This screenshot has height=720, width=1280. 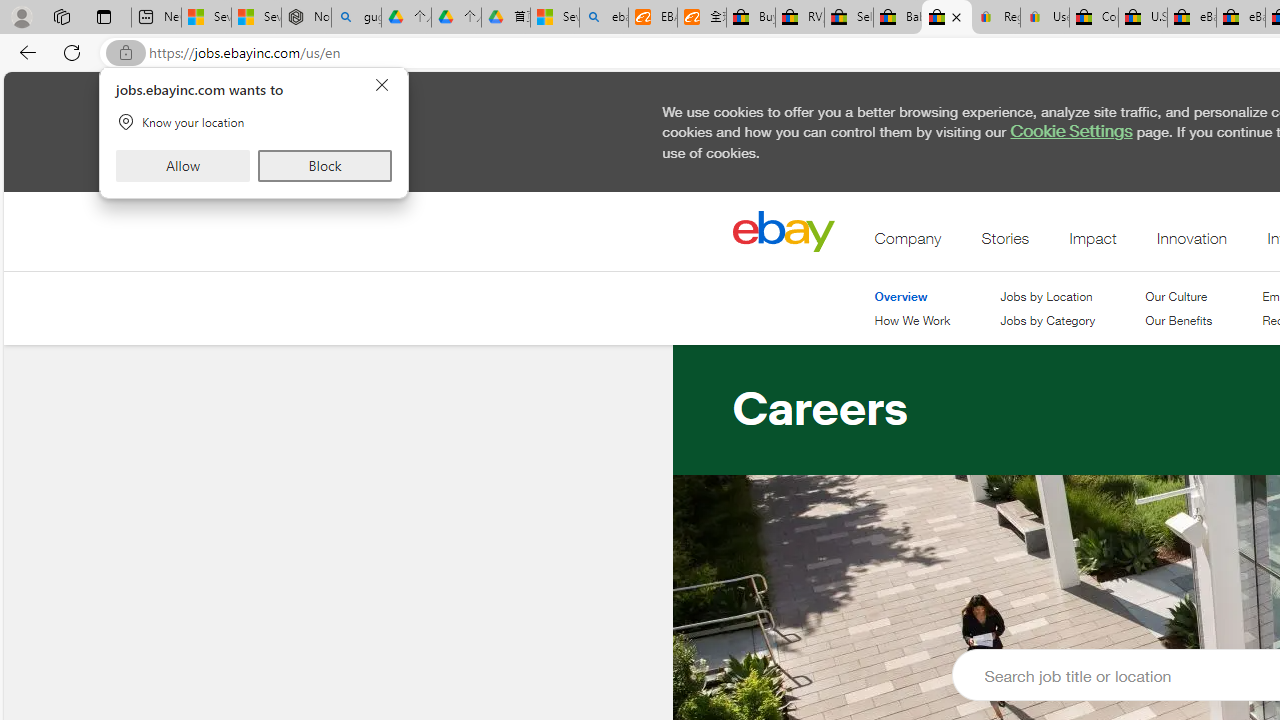 I want to click on 'Home', so click(x=782, y=230).